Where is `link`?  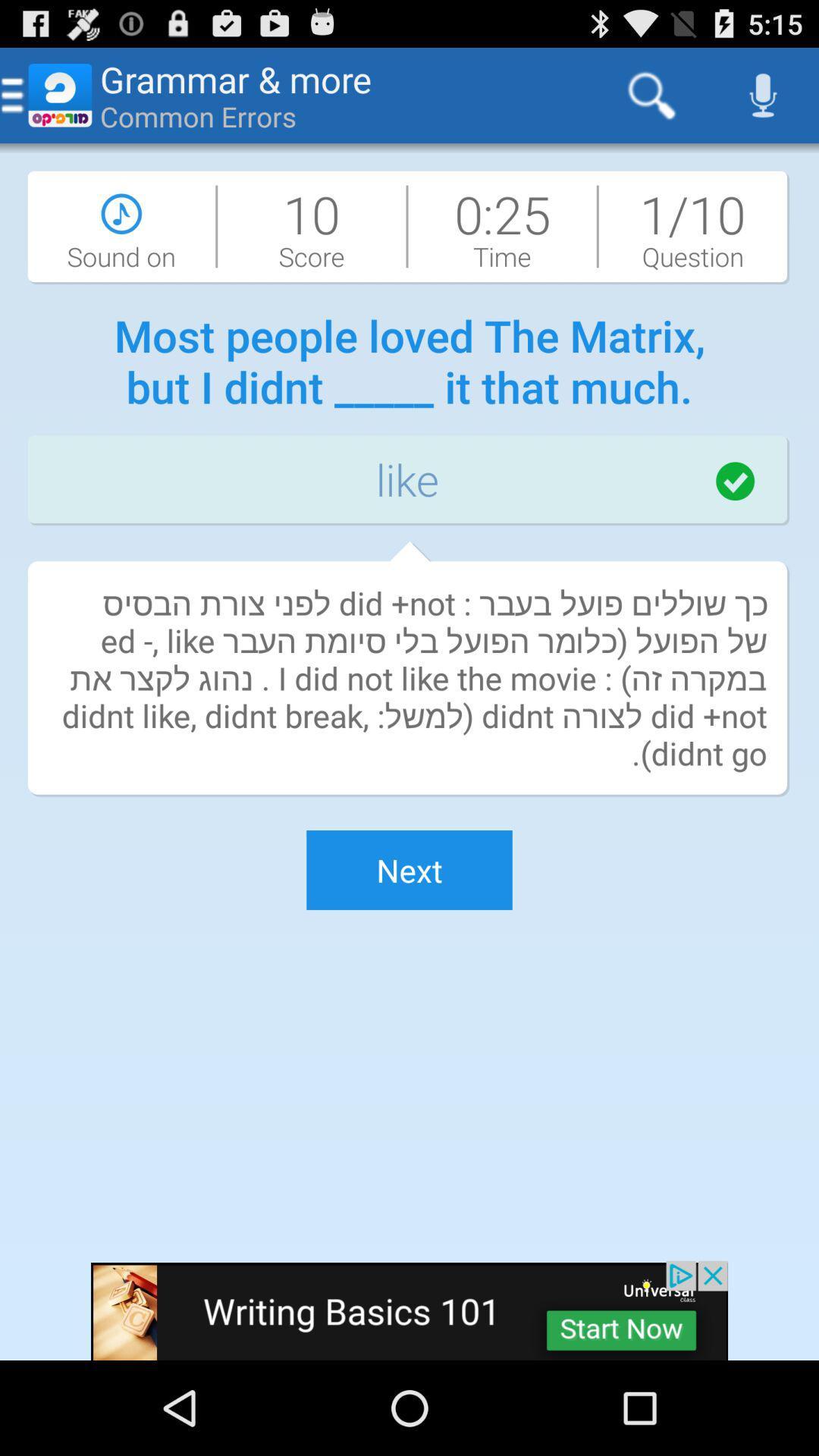
link is located at coordinates (409, 1310).